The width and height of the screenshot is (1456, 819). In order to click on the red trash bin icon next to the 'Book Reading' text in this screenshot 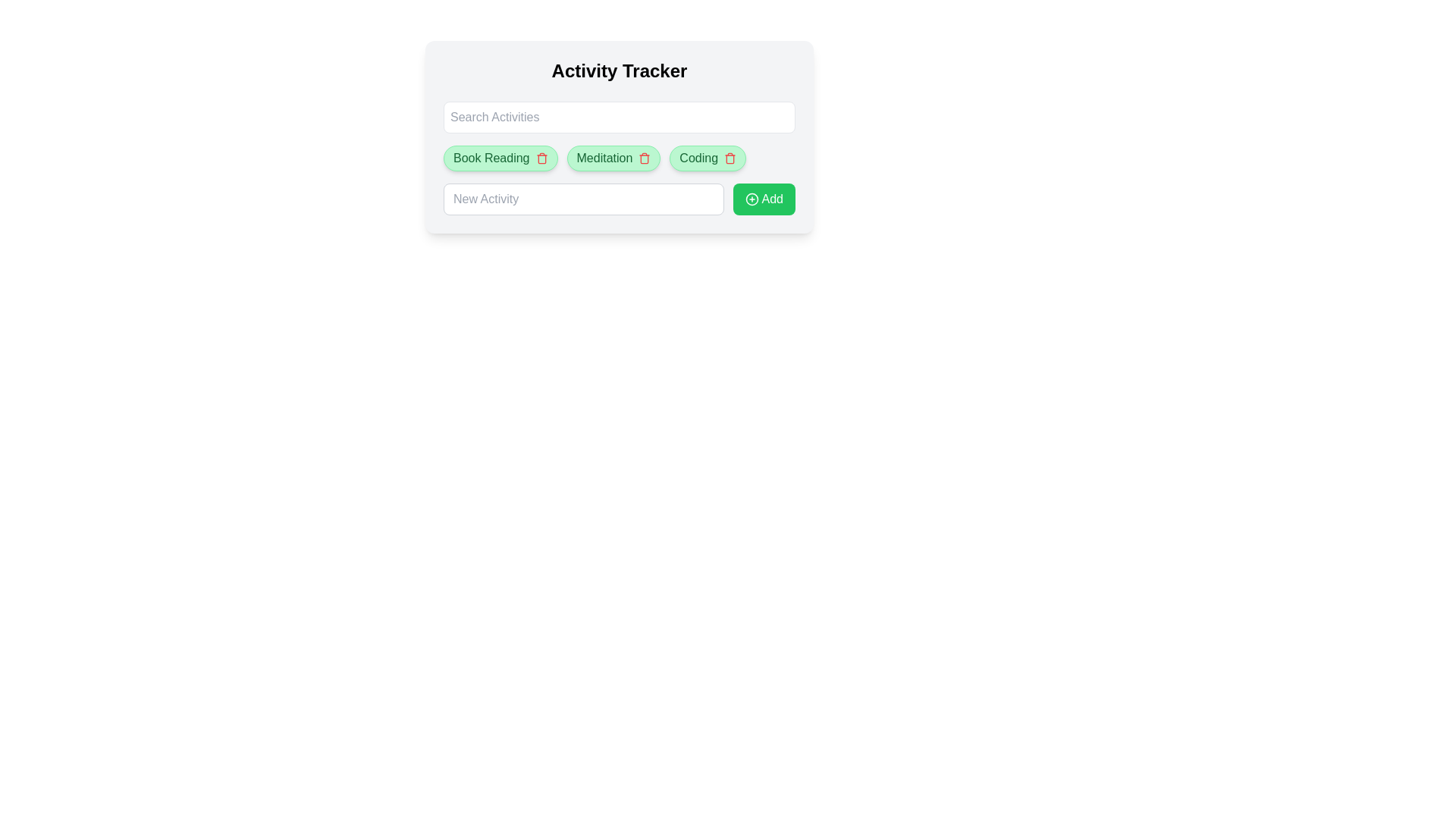, I will do `click(541, 158)`.